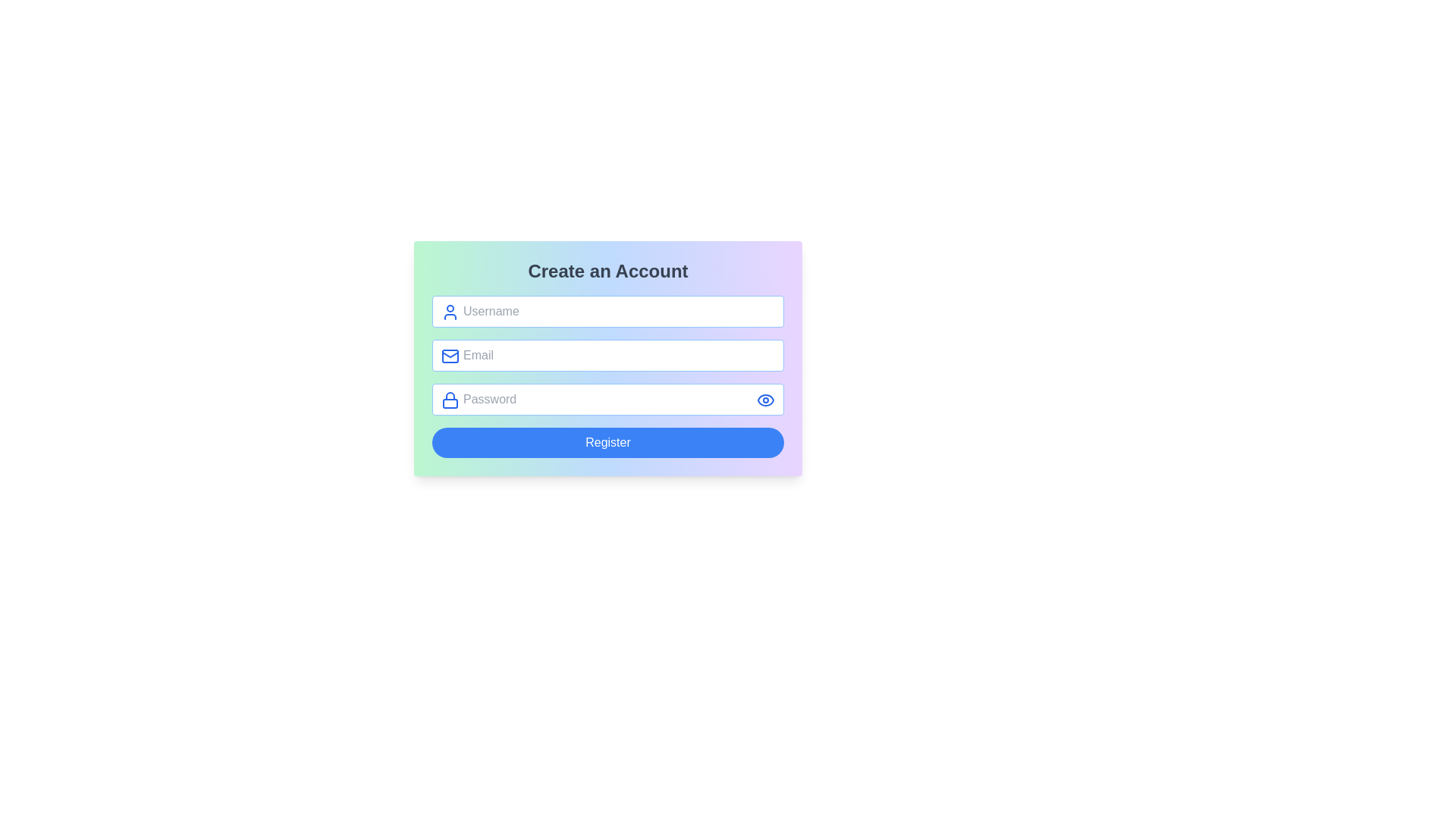  I want to click on the password indicator icon located to the left of the password input field, which visually indicates the purpose of the field, so click(450, 400).